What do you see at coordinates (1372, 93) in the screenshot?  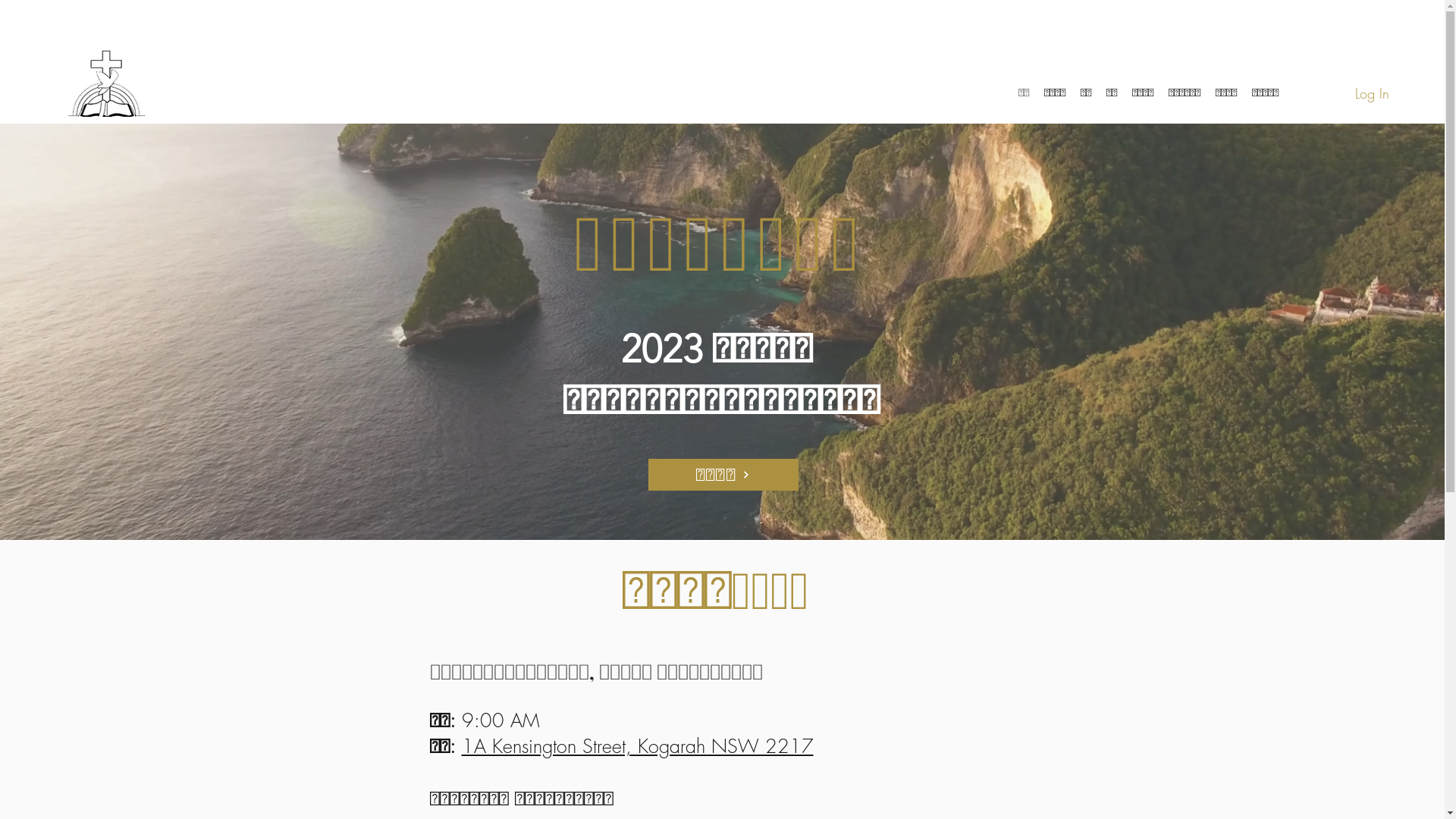 I see `'Log In'` at bounding box center [1372, 93].